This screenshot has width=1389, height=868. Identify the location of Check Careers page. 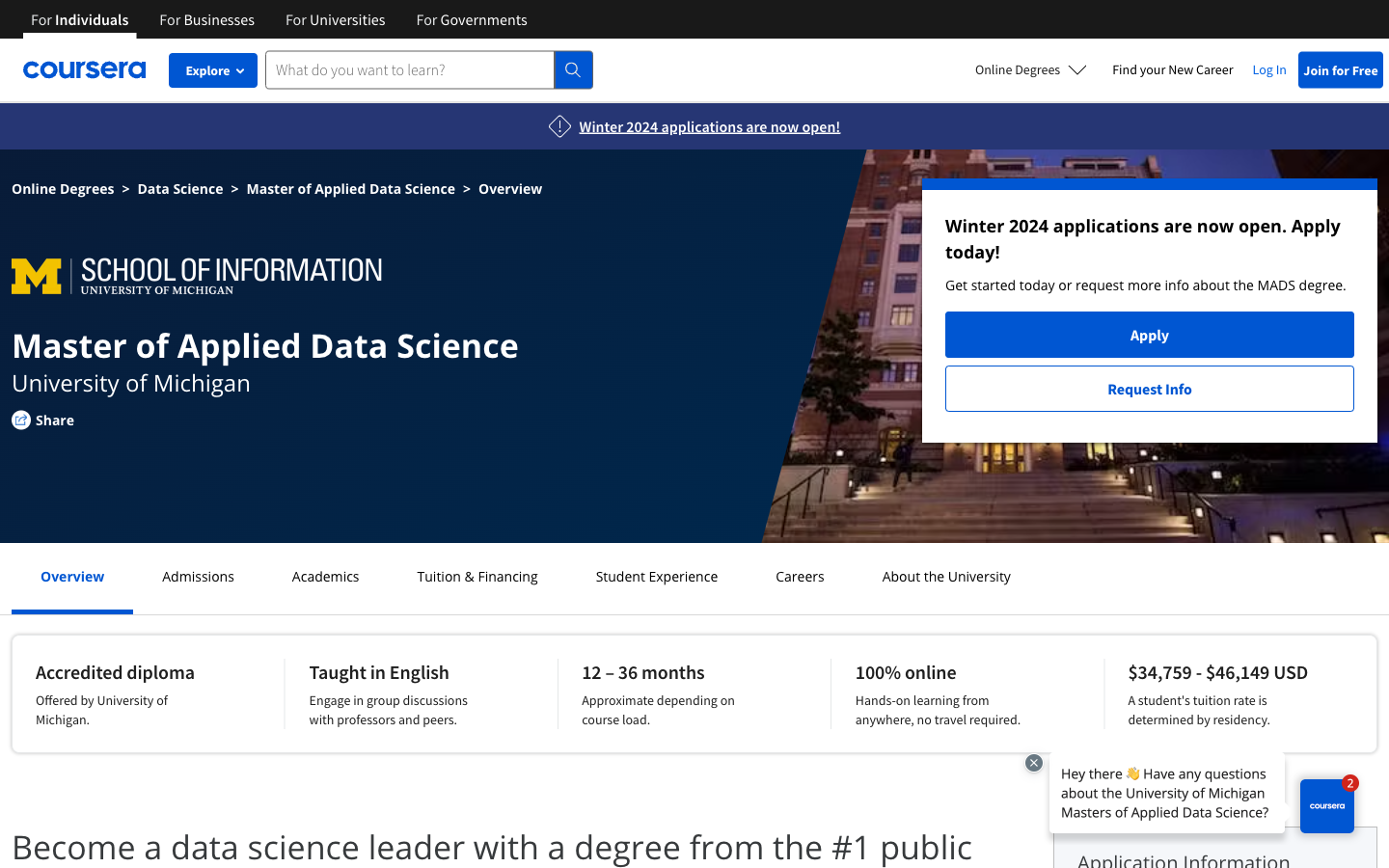
(800, 576).